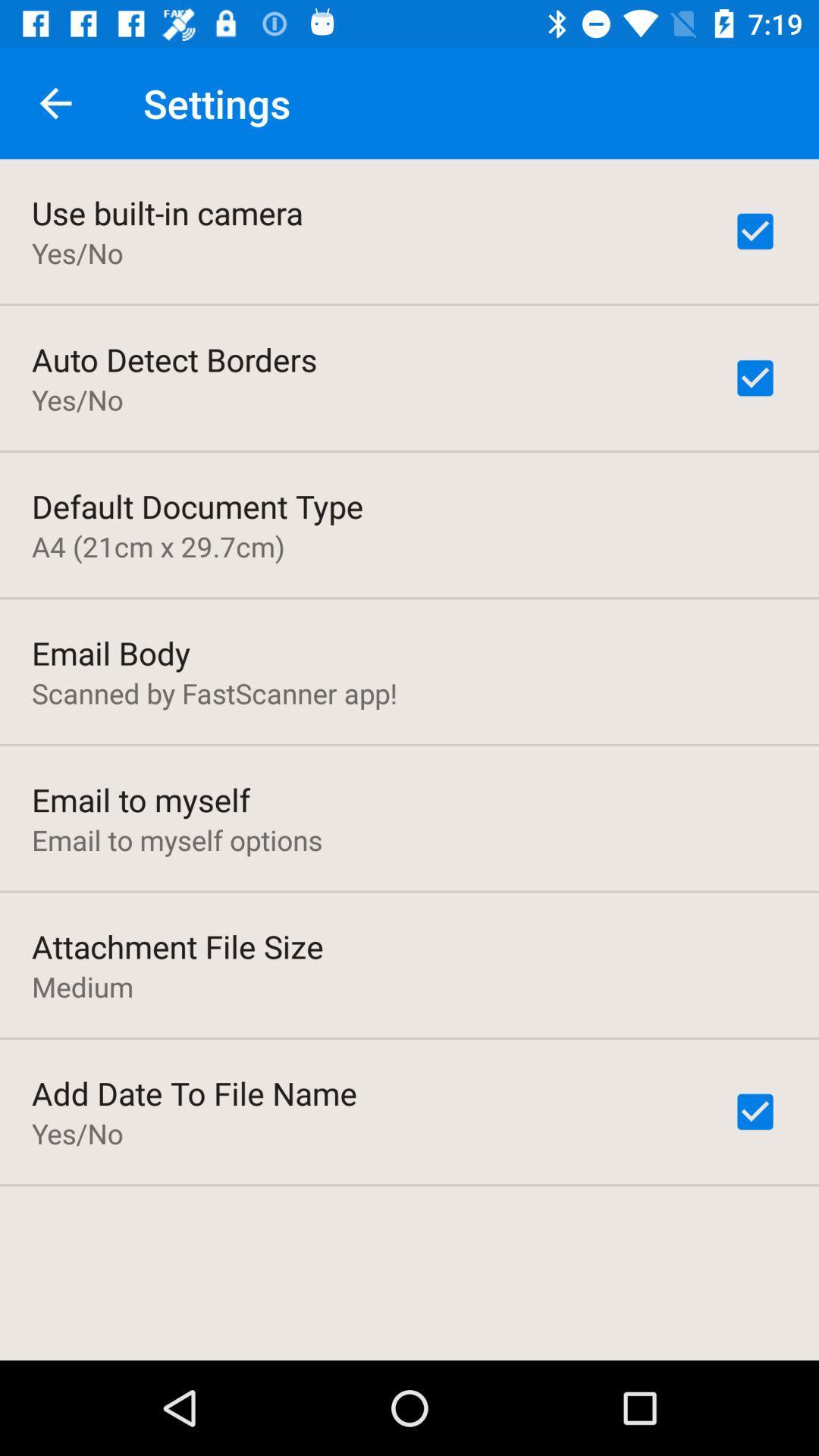 Image resolution: width=819 pixels, height=1456 pixels. I want to click on the a4 21cm x item, so click(158, 546).